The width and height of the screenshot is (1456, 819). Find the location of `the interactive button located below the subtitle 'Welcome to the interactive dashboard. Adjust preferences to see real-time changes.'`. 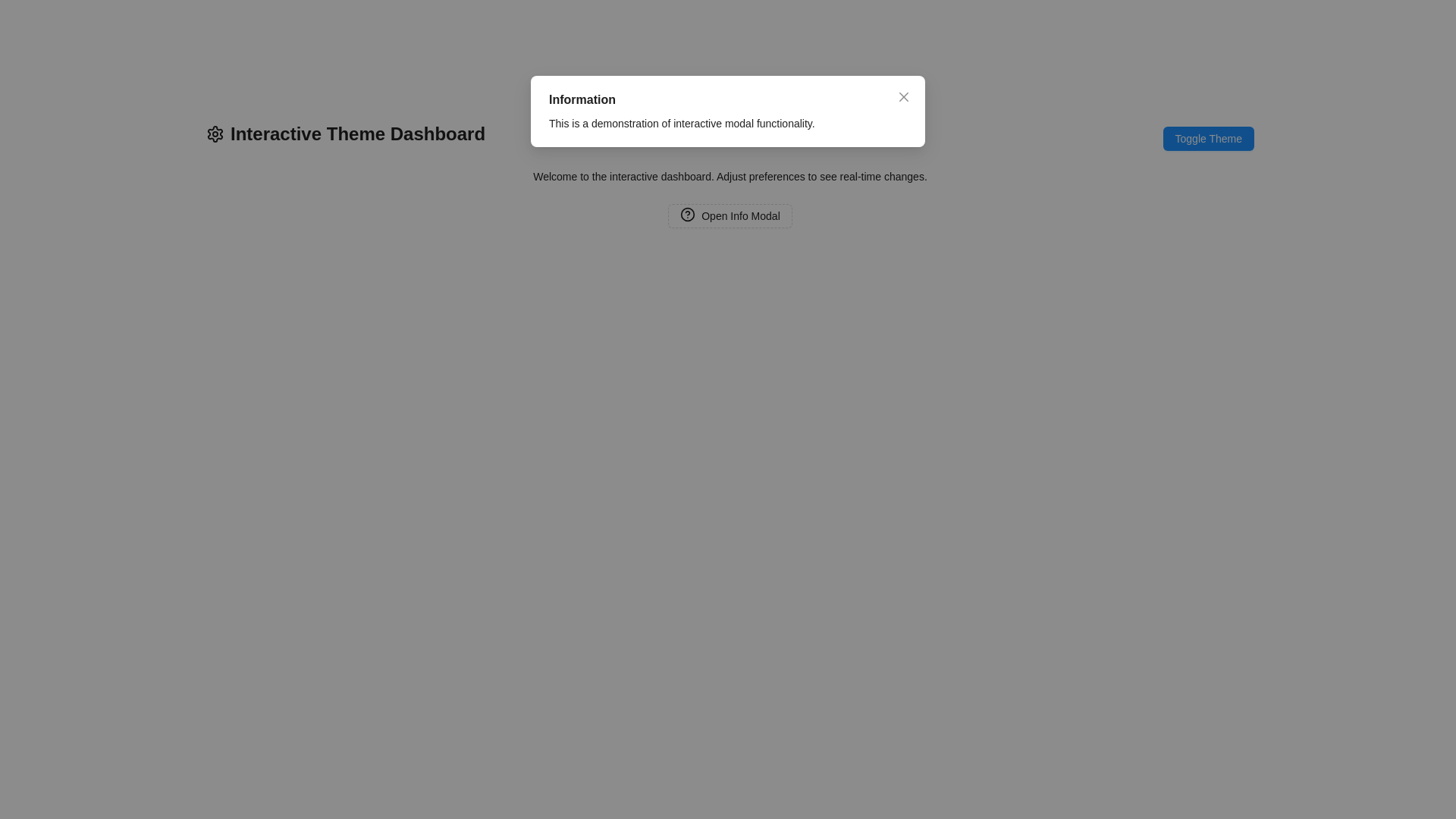

the interactive button located below the subtitle 'Welcome to the interactive dashboard. Adjust preferences to see real-time changes.' is located at coordinates (730, 216).